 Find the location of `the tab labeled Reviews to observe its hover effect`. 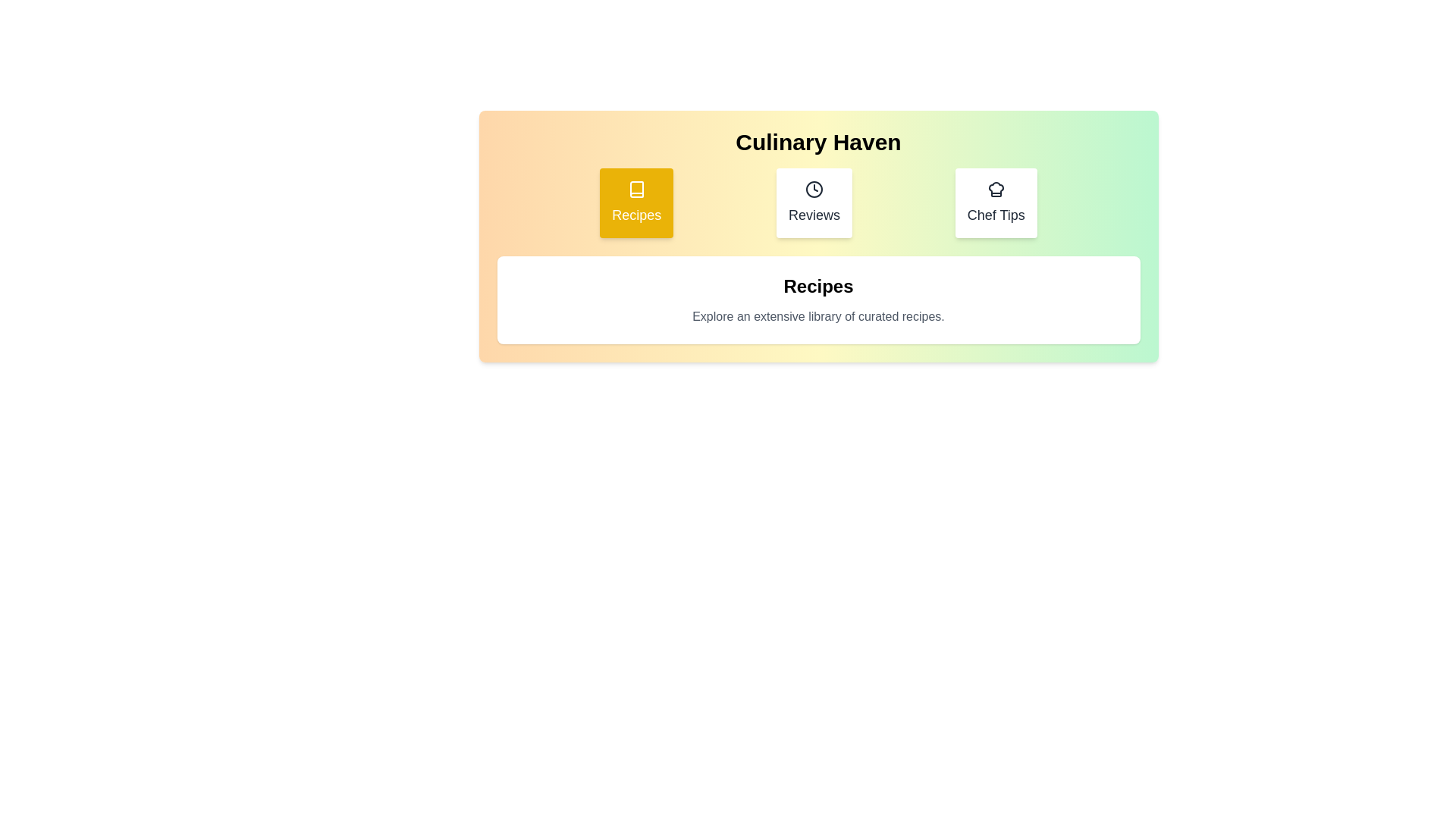

the tab labeled Reviews to observe its hover effect is located at coordinates (814, 202).